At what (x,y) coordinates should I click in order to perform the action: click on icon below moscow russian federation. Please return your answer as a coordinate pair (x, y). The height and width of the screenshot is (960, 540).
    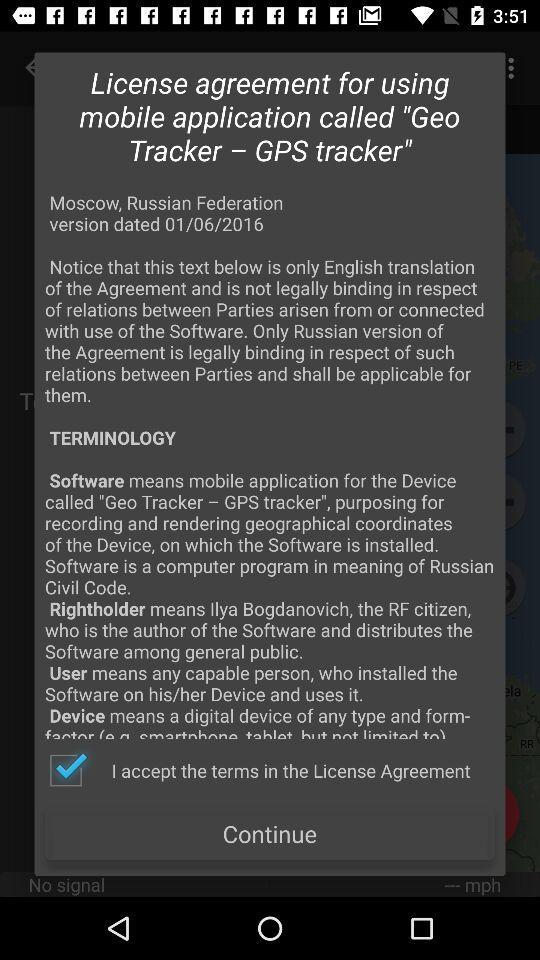
    Looking at the image, I should click on (259, 769).